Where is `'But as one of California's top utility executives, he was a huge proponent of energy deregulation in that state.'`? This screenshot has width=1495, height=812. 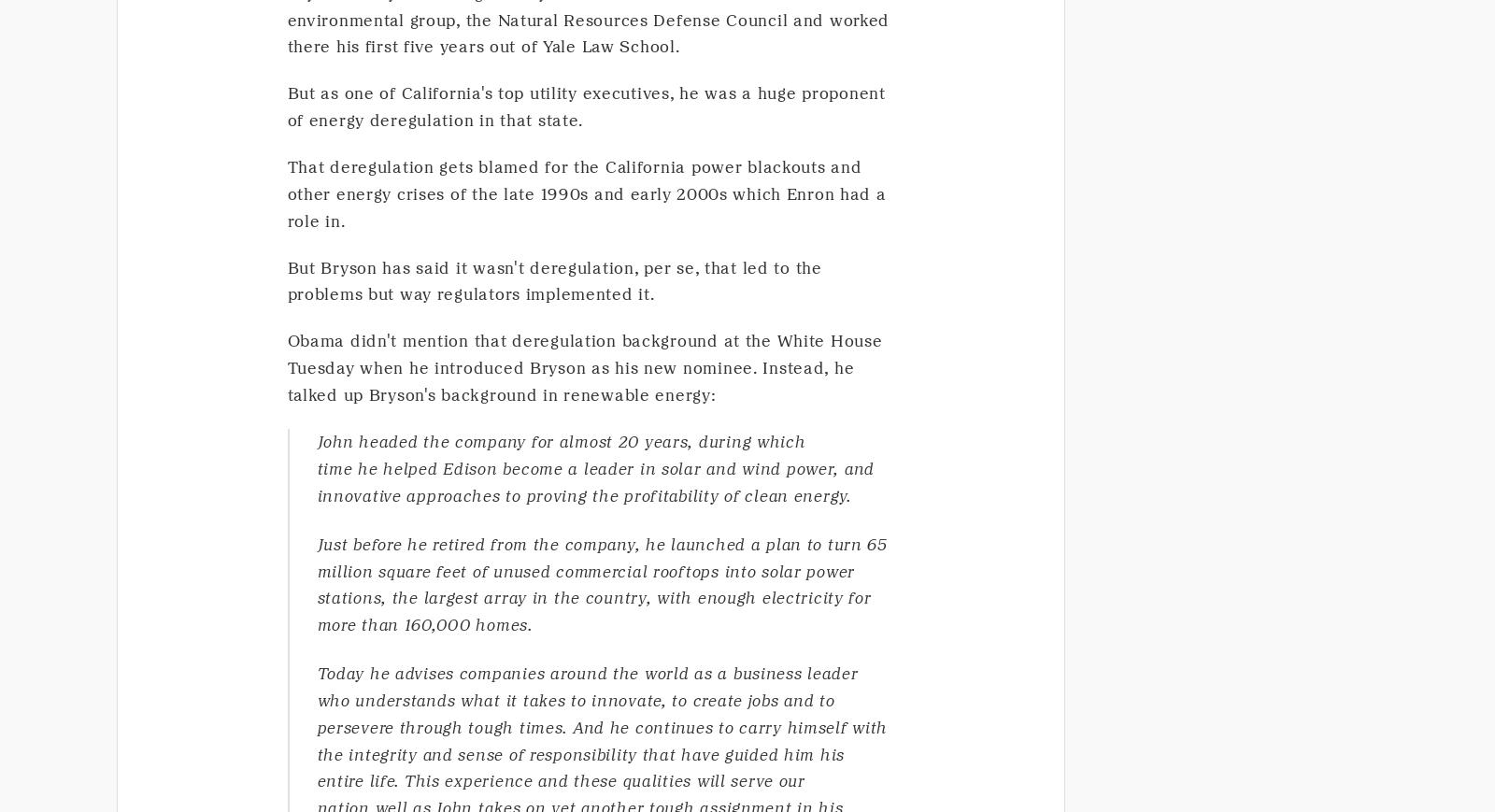
'But as one of California's top utility executives, he was a huge proponent of energy deregulation in that state.' is located at coordinates (586, 106).